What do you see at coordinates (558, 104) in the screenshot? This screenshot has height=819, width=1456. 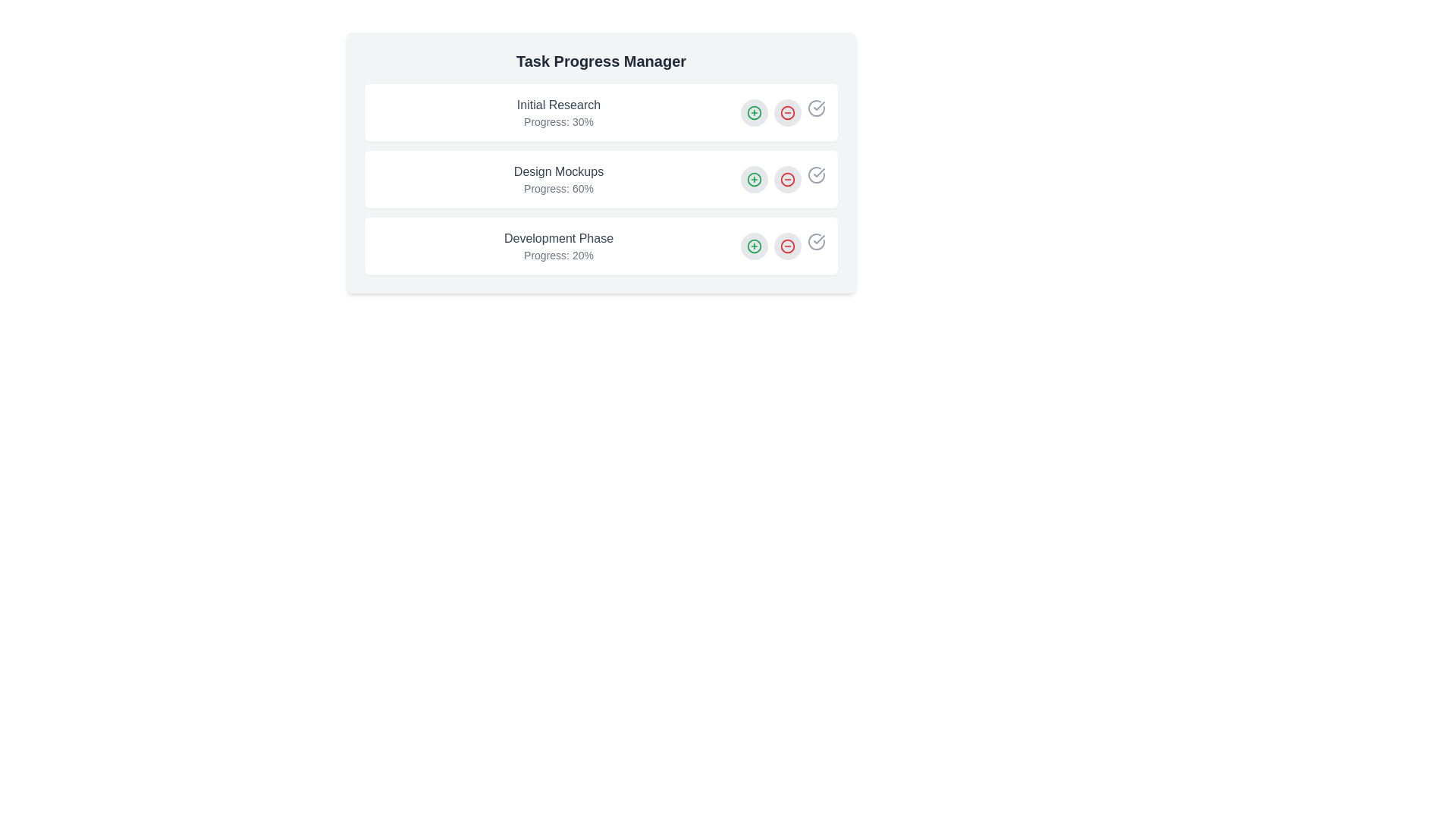 I see `the static text label displaying the title 'Initial Research'` at bounding box center [558, 104].